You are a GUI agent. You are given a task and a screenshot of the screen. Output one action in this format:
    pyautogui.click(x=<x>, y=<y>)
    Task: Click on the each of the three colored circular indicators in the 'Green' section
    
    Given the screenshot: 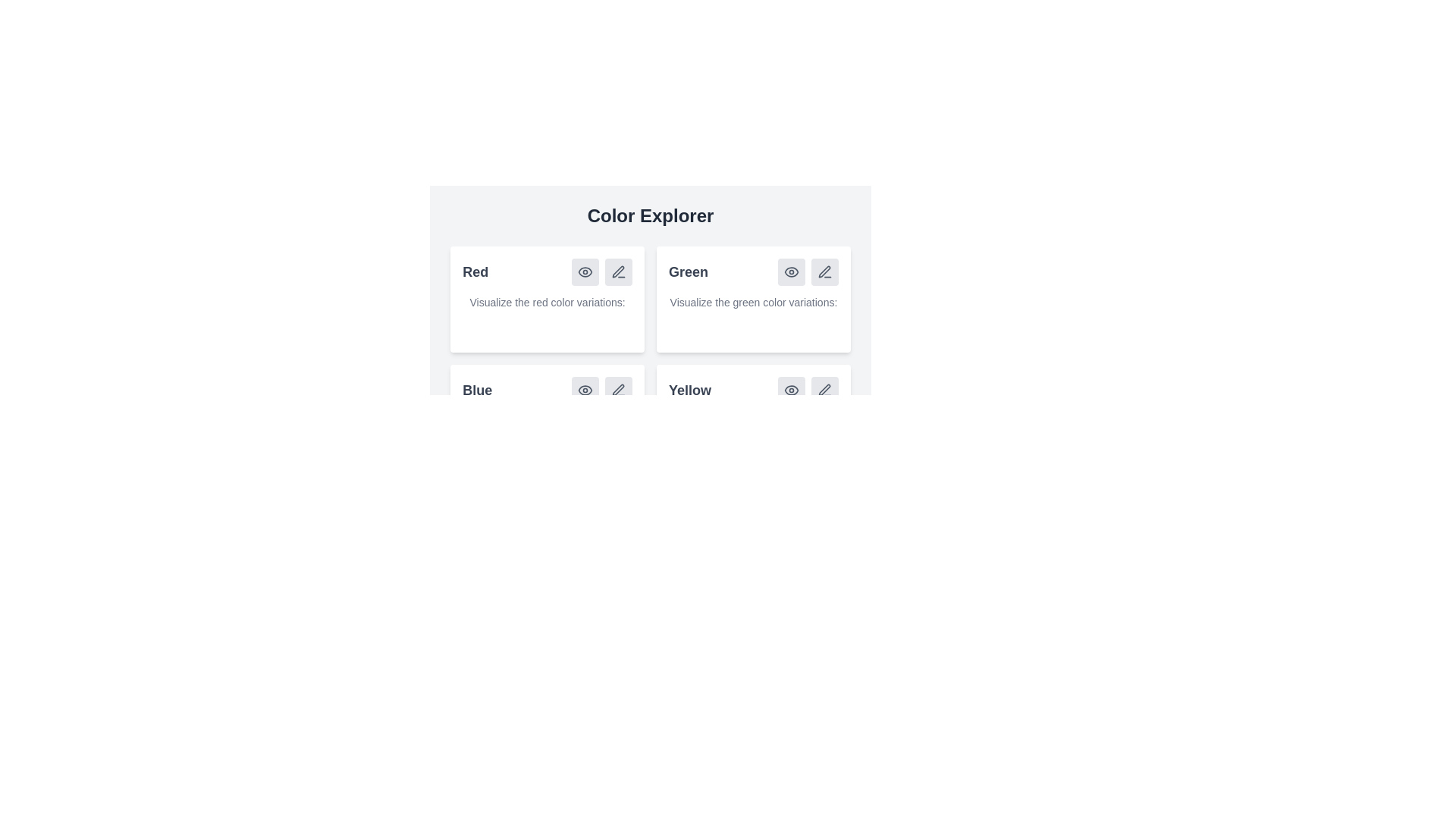 What is the action you would take?
    pyautogui.click(x=753, y=327)
    